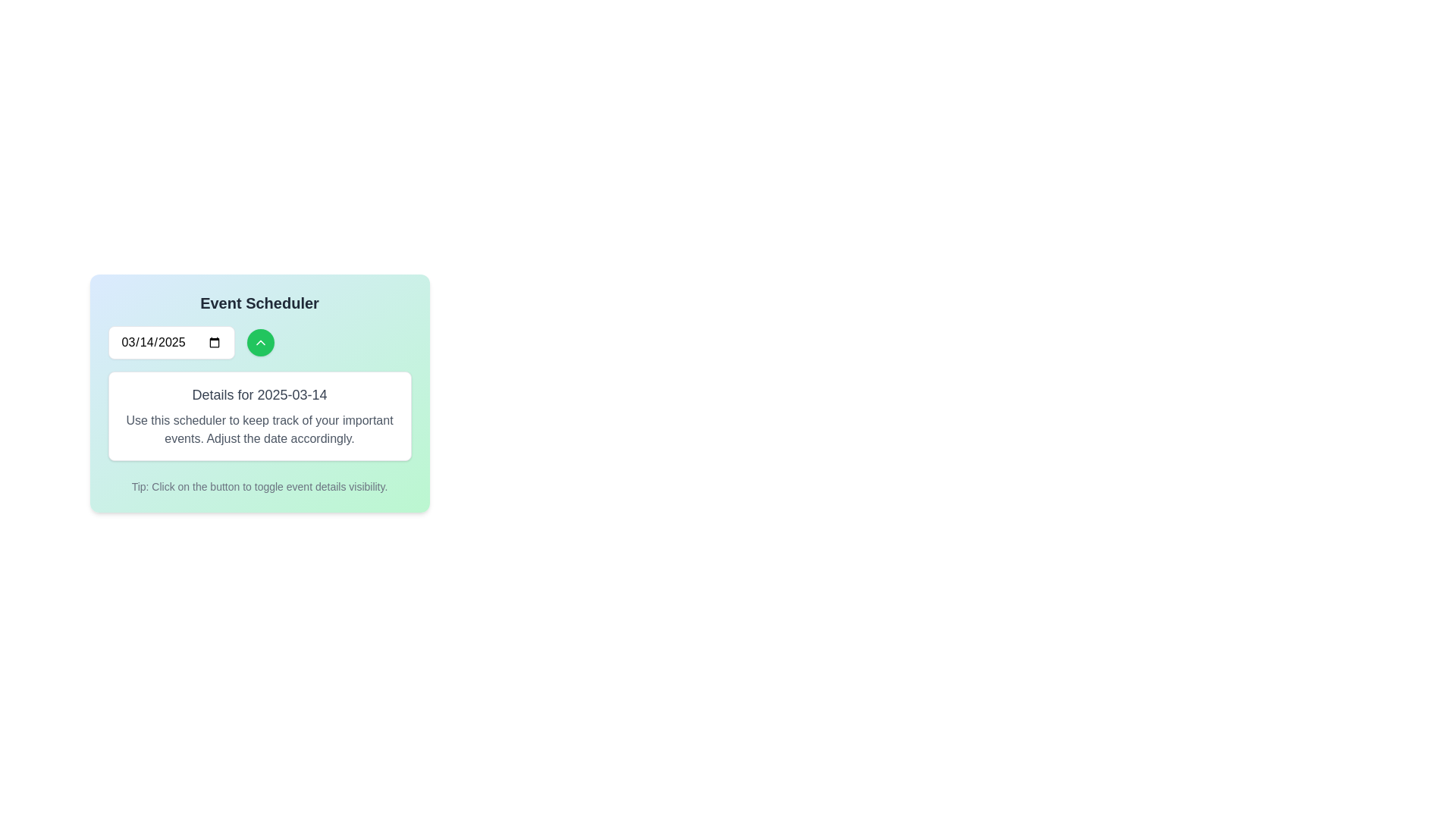 The image size is (1456, 819). Describe the element at coordinates (259, 430) in the screenshot. I see `static text block containing 'Use this scheduler to keep track of your important events. Adjust the date accordingly.' located below the heading 'Details for 2025-03-14'` at that location.